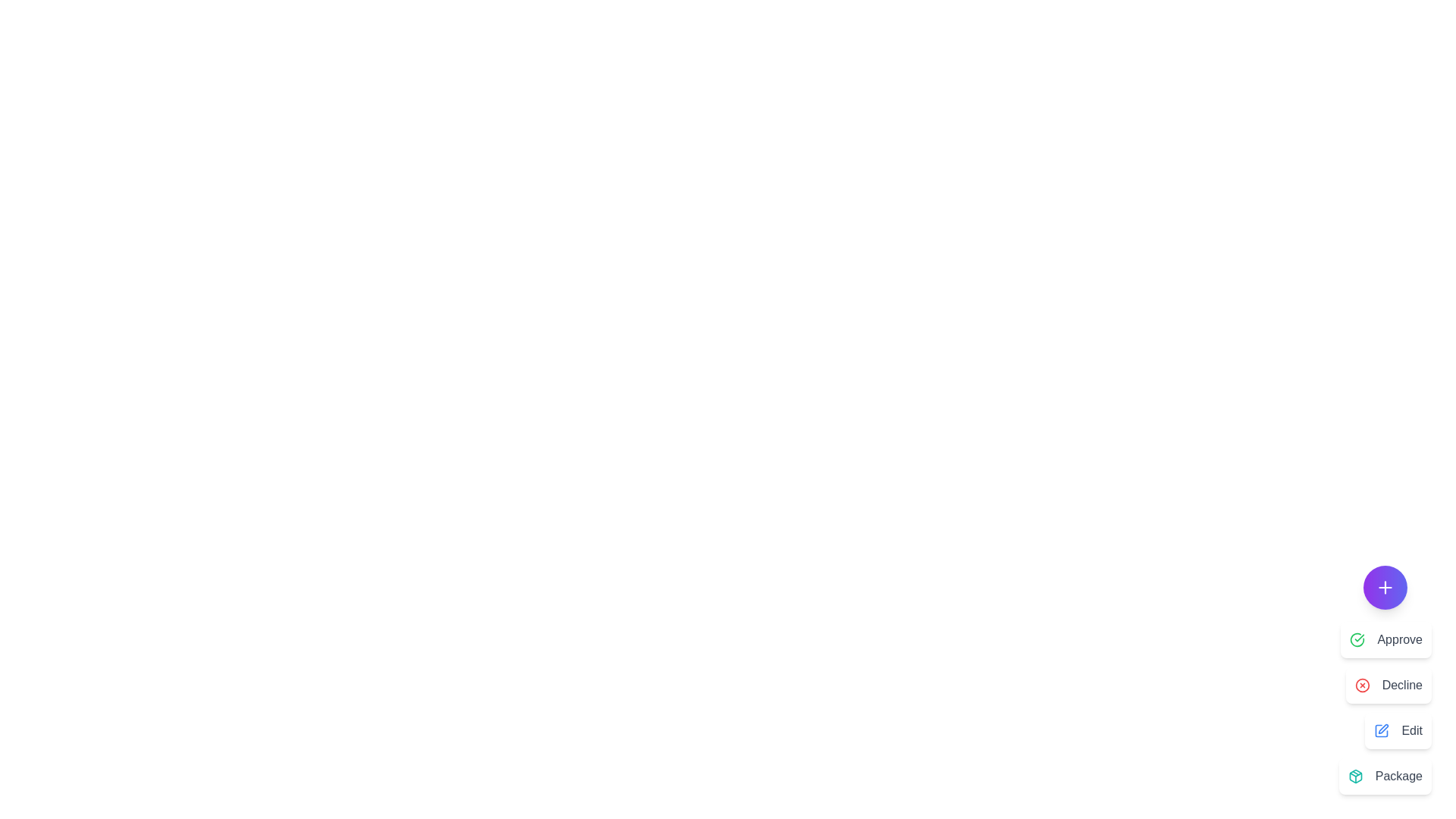 The width and height of the screenshot is (1456, 819). Describe the element at coordinates (1385, 587) in the screenshot. I see `the main button of the ManagementSpeedDial component to toggle the menu display` at that location.